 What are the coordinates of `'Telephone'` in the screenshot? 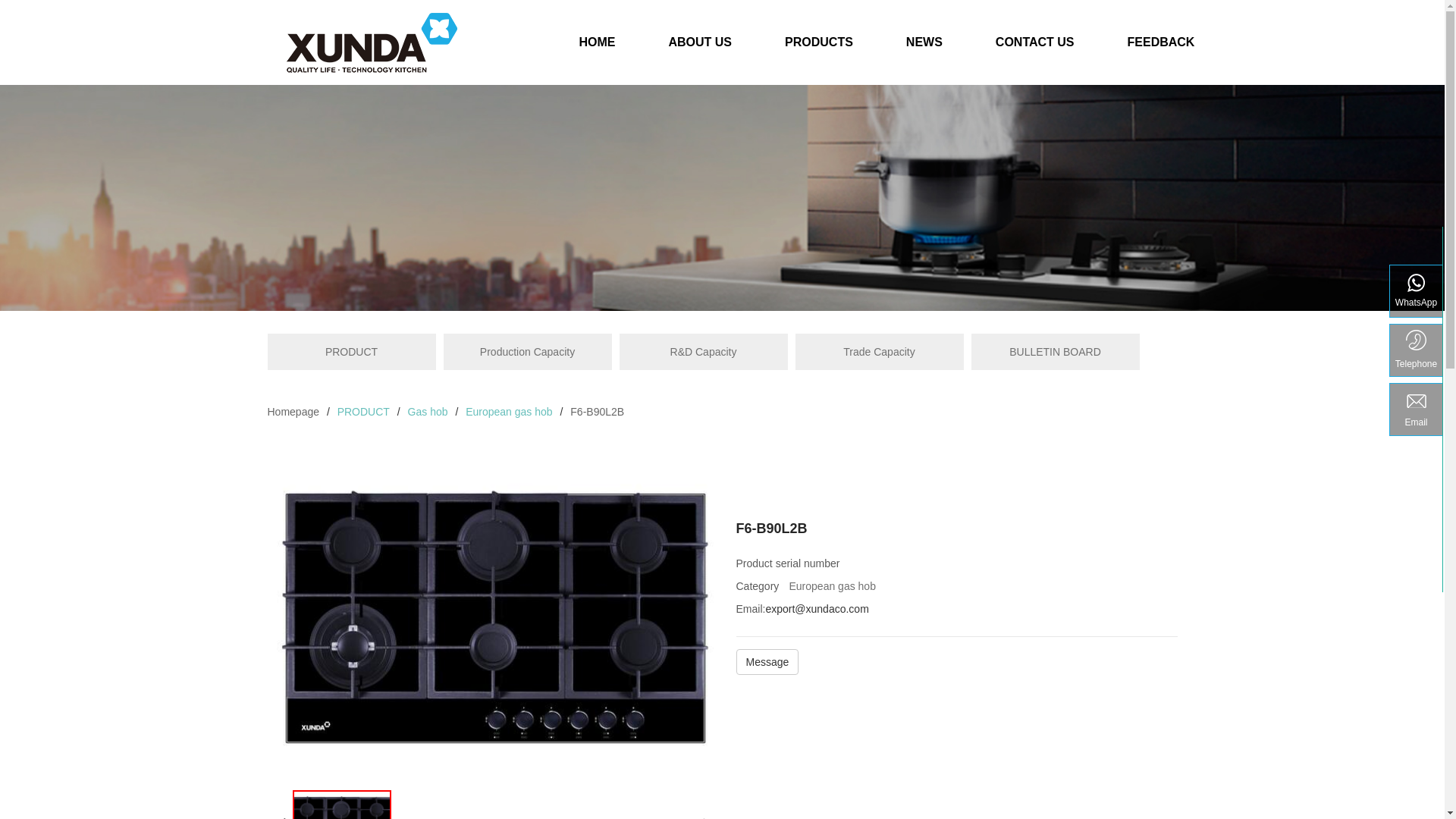 It's located at (1415, 350).